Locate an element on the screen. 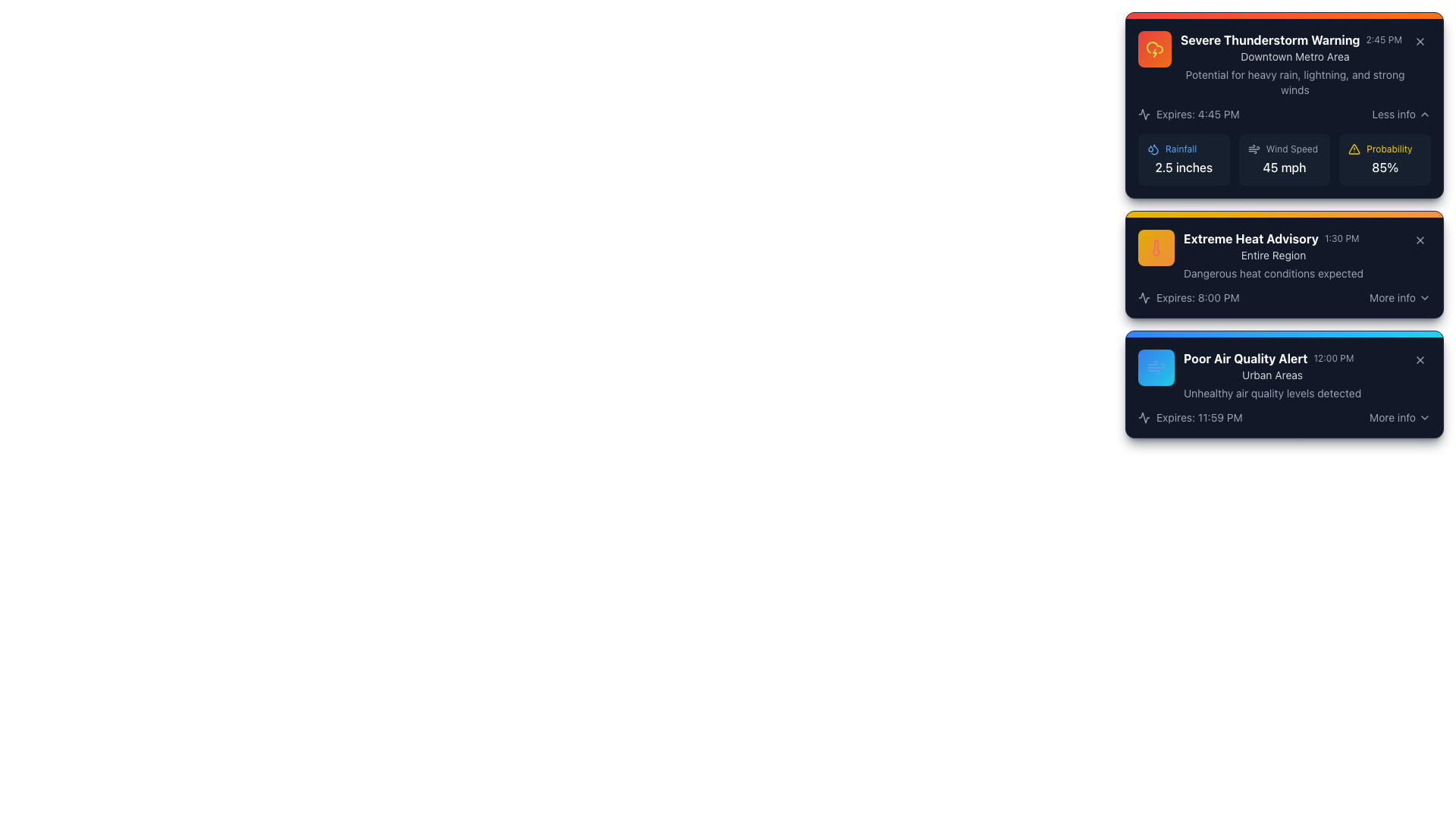  the close button located at the top-right corner of the 'Extreme Heat Advisory' alert card is located at coordinates (1419, 239).